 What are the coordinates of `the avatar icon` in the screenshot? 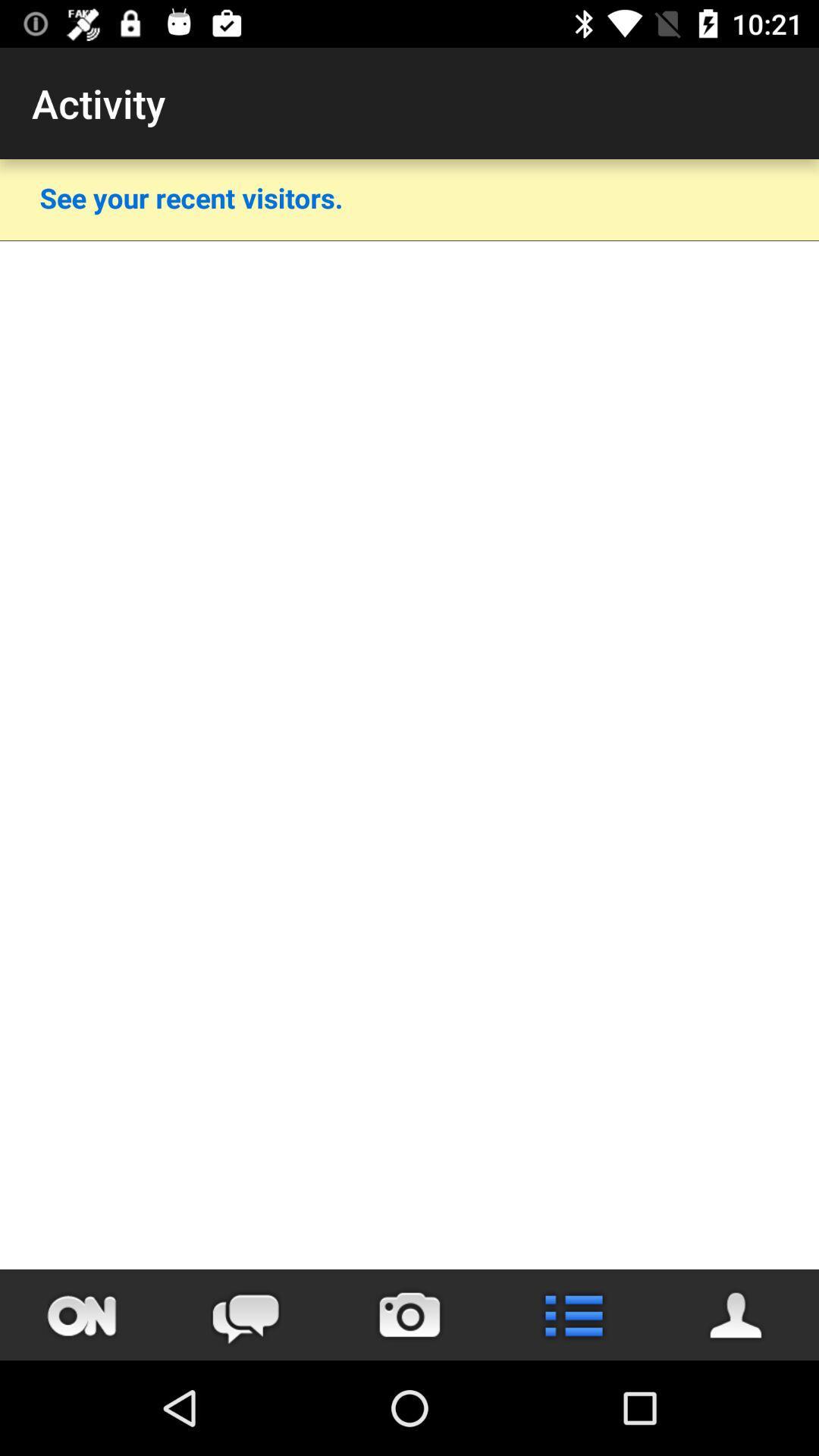 It's located at (736, 1314).